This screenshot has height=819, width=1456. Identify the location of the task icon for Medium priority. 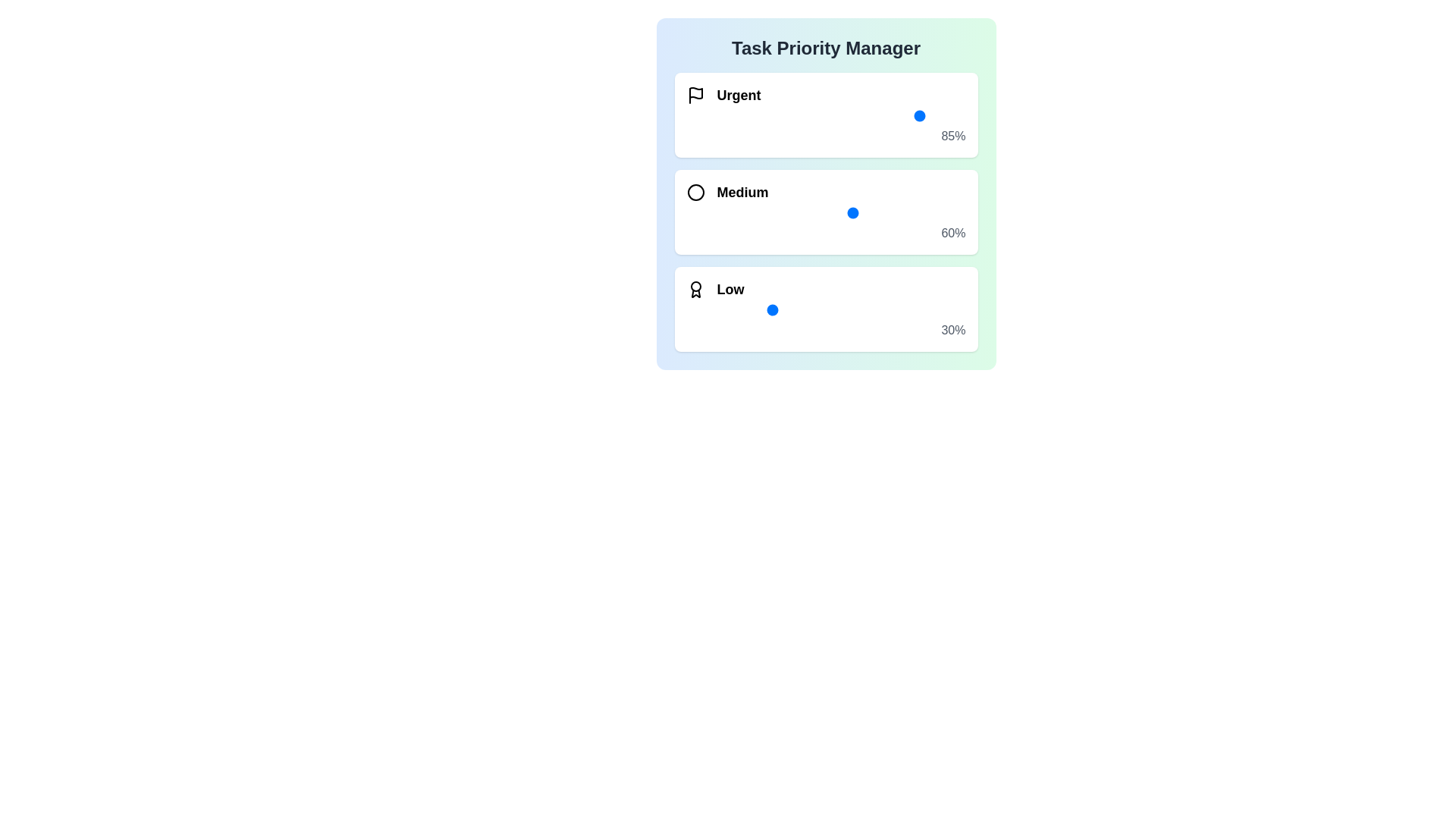
(695, 192).